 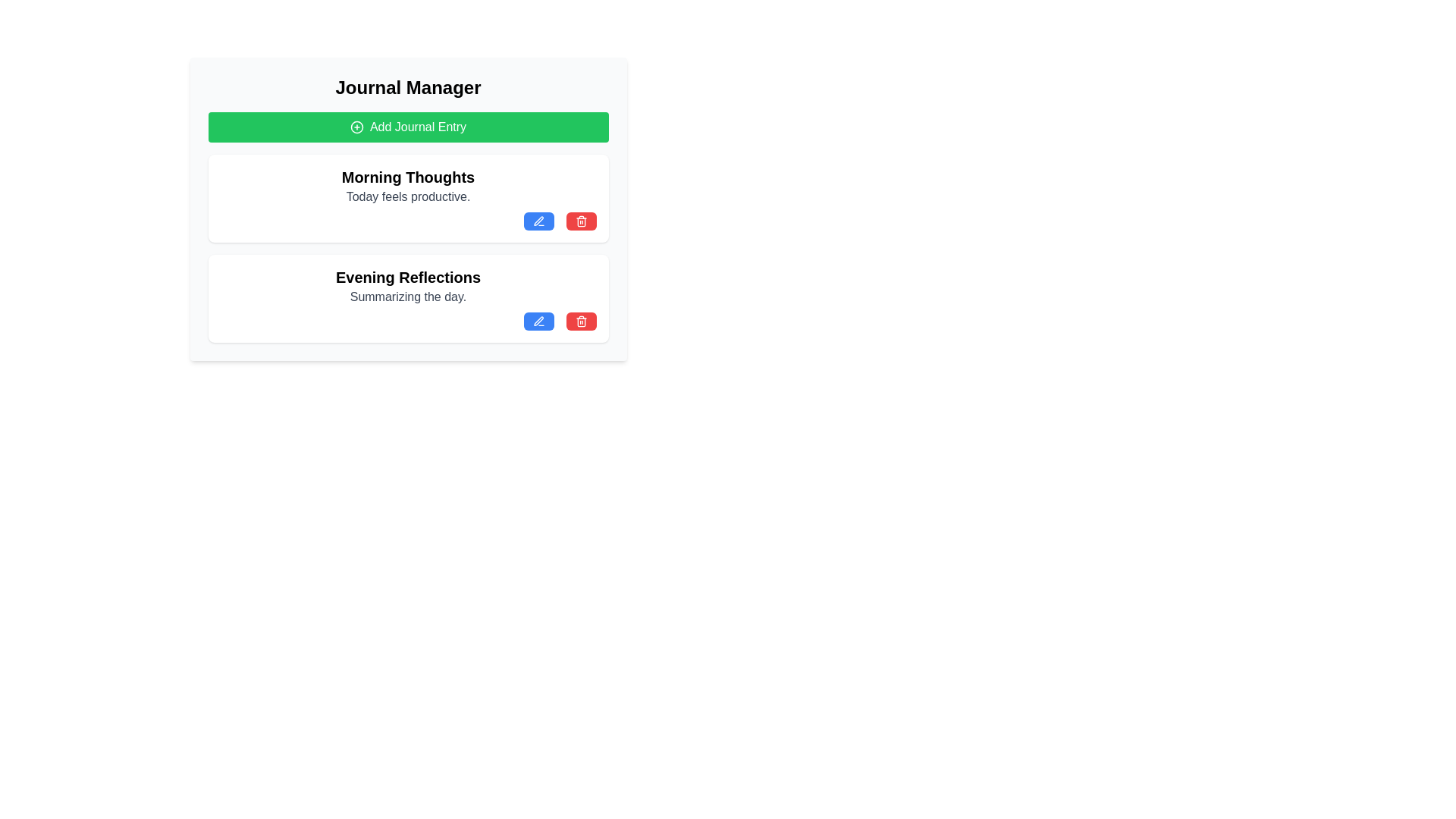 What do you see at coordinates (538, 221) in the screenshot?
I see `the blue button with a pen icon for editing, located to the right of 'Morning Thoughts.'` at bounding box center [538, 221].